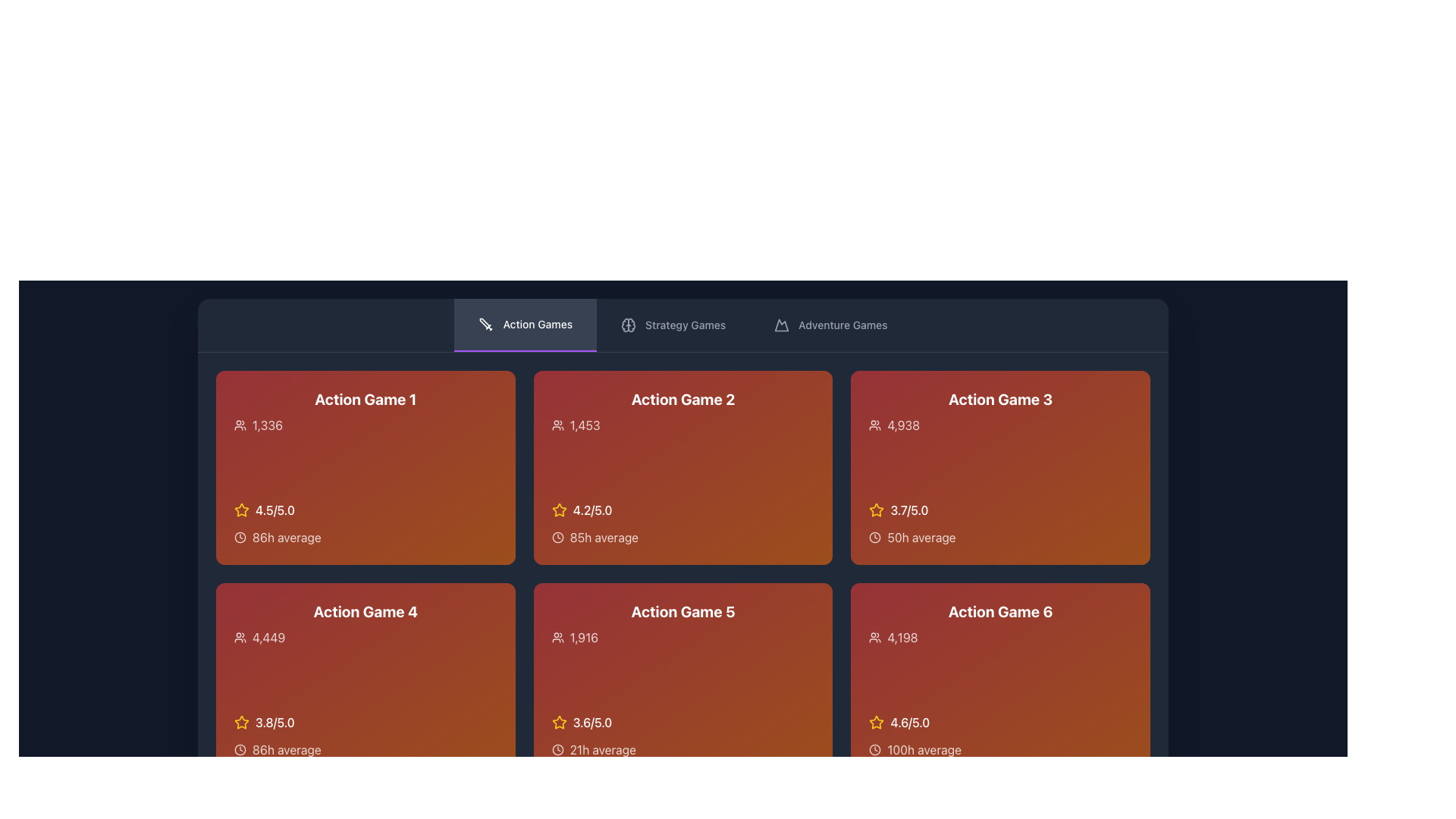 The height and width of the screenshot is (819, 1456). I want to click on the static text label that displays the number of users interacting with 'Action Game 3', located to the right of a user icon within the card titled 'Action Game 3', so click(903, 425).